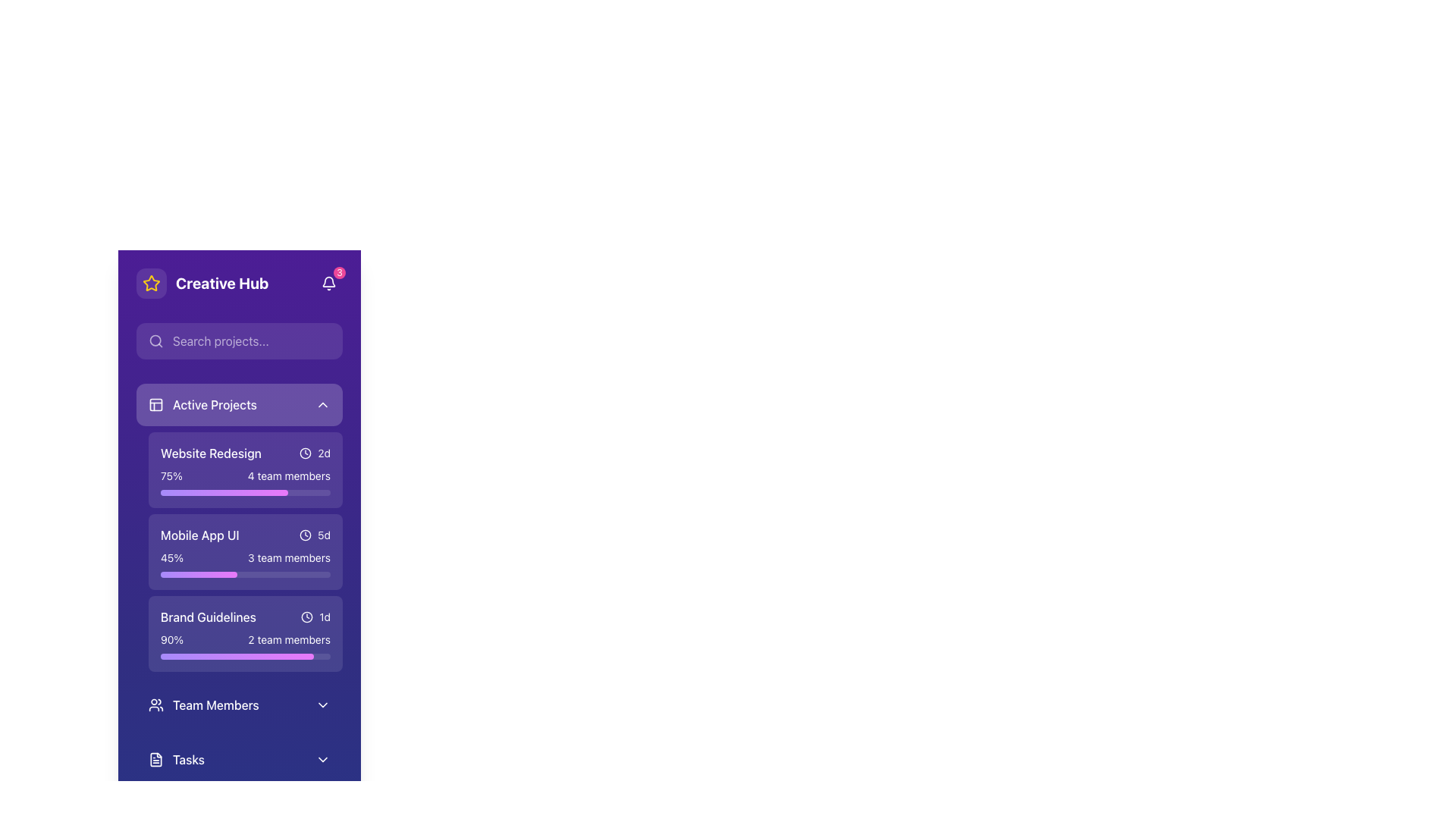  I want to click on the time indicator text element with an adjacent icon located in the upper-right region of the 'Website Redesign' section, so click(314, 452).